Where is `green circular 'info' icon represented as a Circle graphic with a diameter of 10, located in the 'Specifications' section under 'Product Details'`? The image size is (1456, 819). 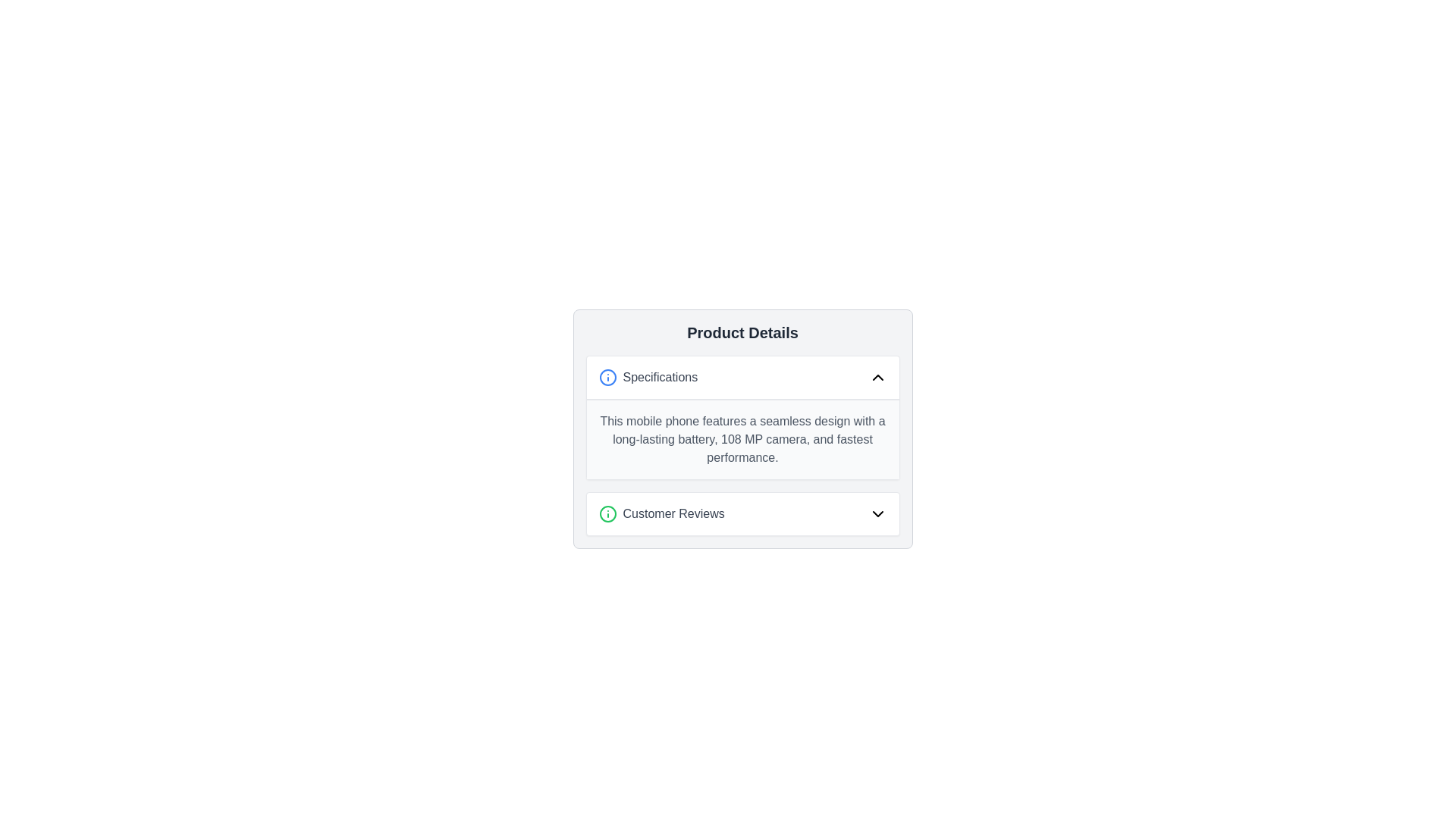 green circular 'info' icon represented as a Circle graphic with a diameter of 10, located in the 'Specifications' section under 'Product Details' is located at coordinates (607, 513).